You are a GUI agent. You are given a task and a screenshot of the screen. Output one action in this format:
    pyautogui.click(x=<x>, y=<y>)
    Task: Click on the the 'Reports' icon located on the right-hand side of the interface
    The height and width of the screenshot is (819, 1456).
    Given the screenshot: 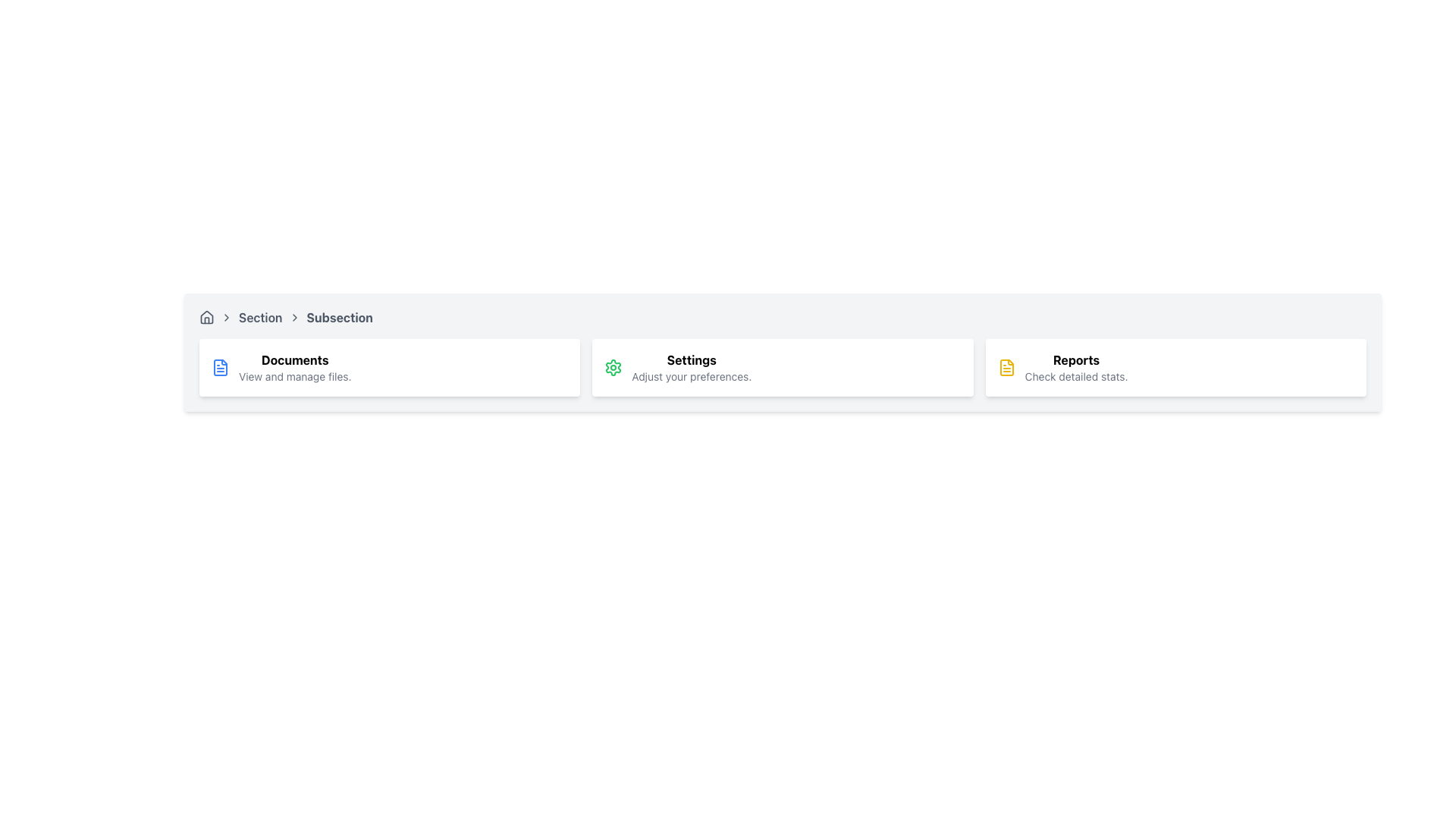 What is the action you would take?
    pyautogui.click(x=1006, y=368)
    